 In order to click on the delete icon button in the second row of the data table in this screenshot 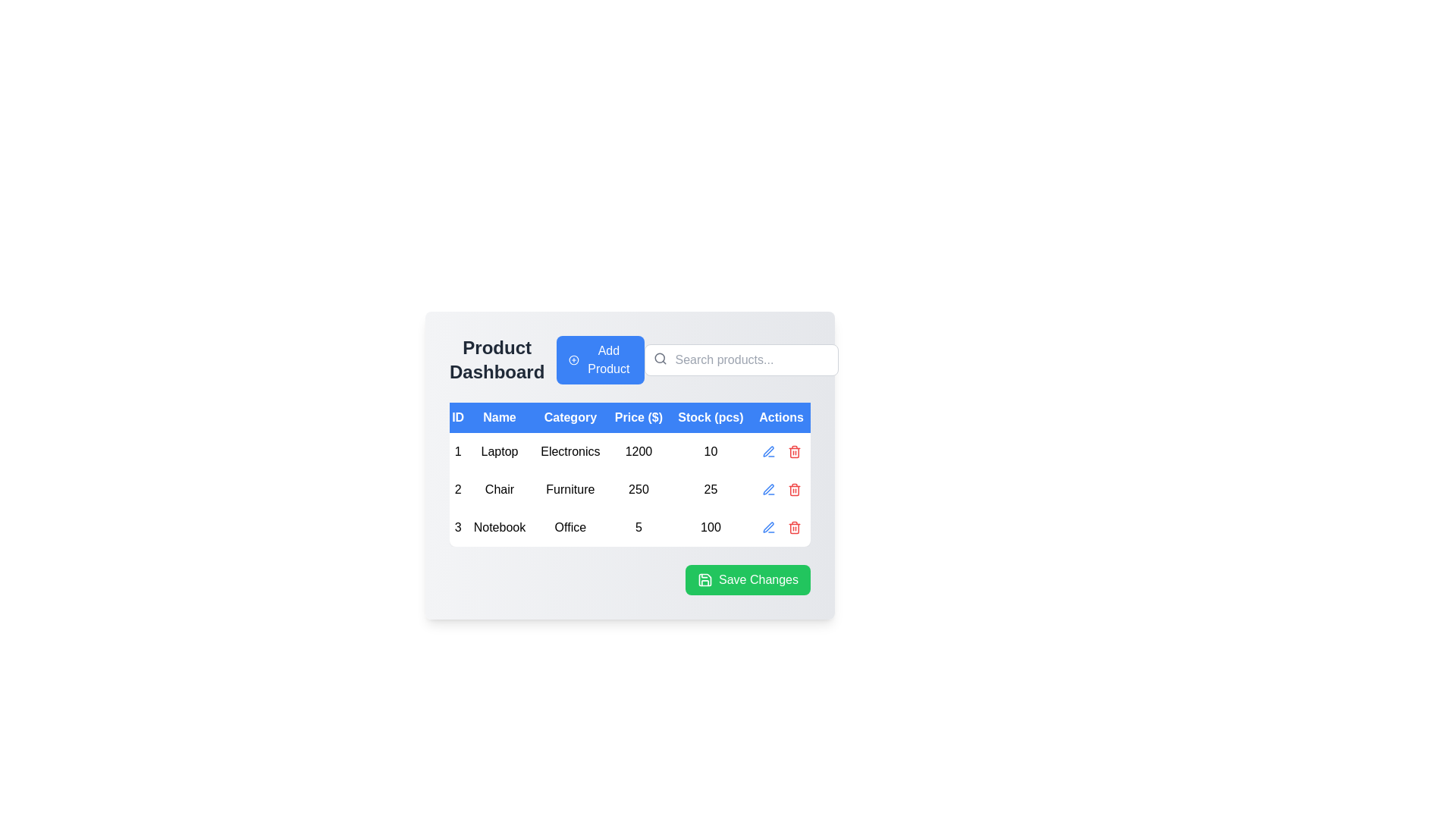, I will do `click(793, 489)`.